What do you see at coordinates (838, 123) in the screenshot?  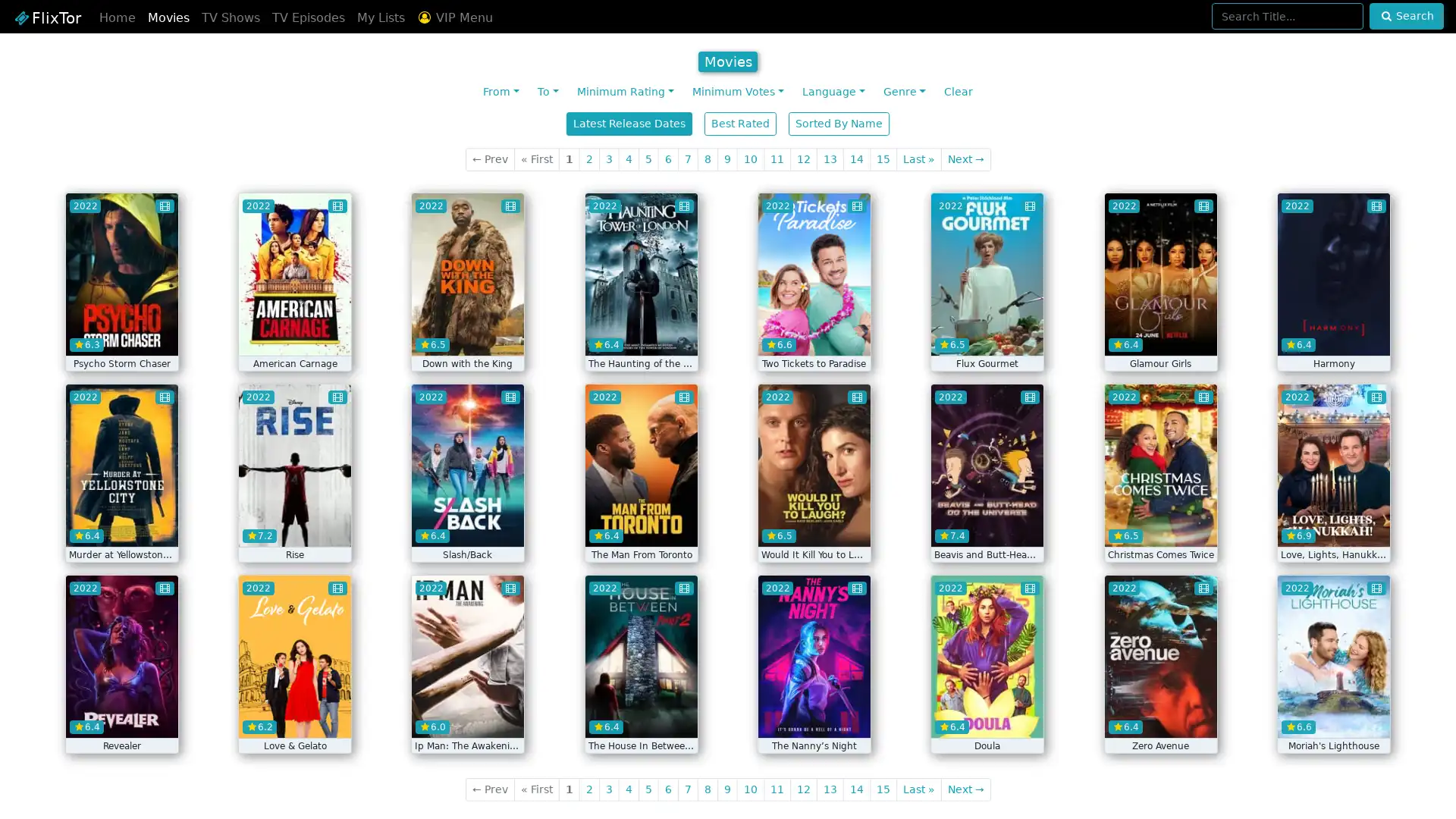 I see `Sorted By Name` at bounding box center [838, 123].